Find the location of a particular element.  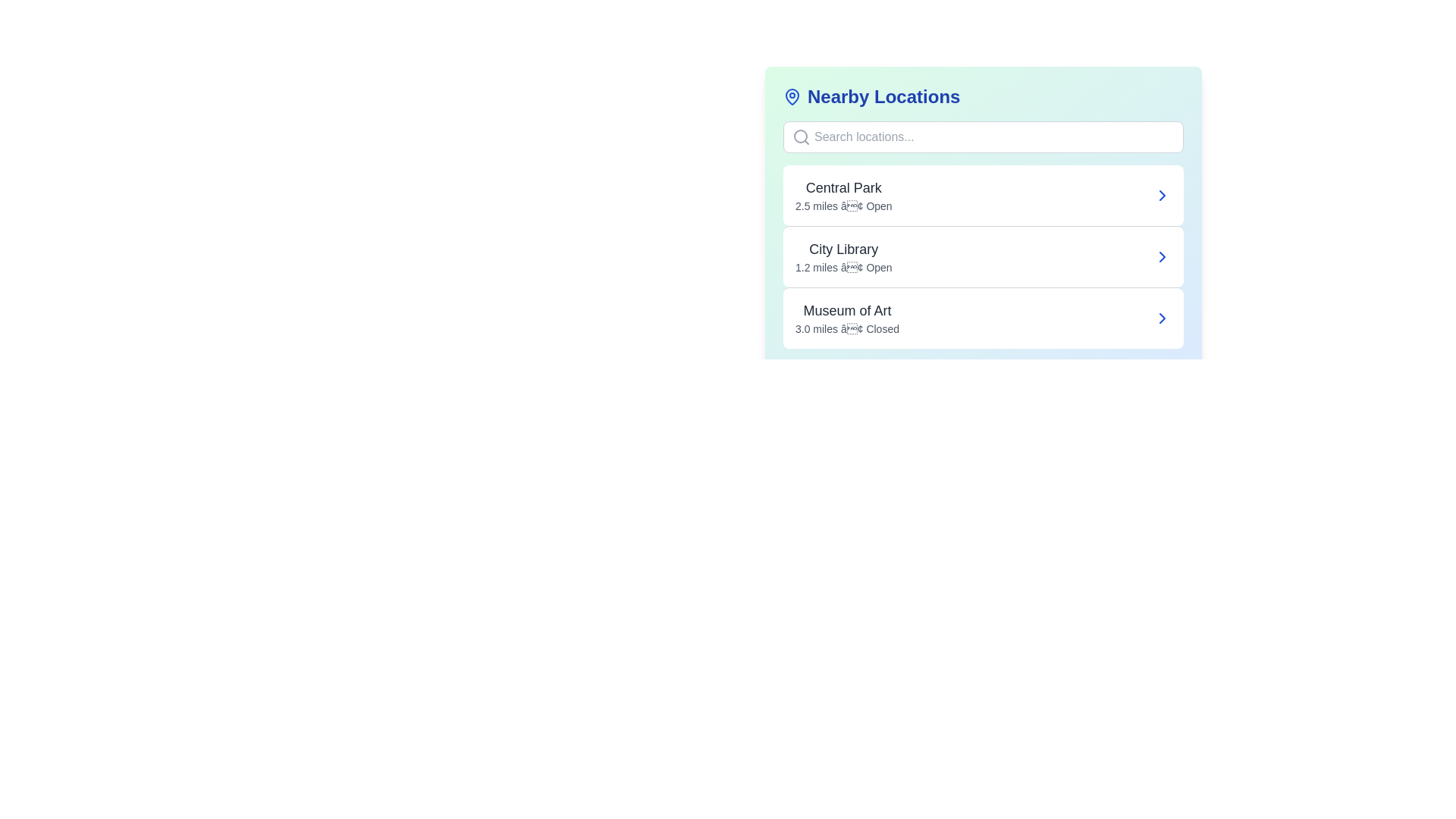

the header titled 'Nearby Locations' which is styled with a bold, large blue font and features a map pin icon on the left for accessibility purposes is located at coordinates (983, 96).